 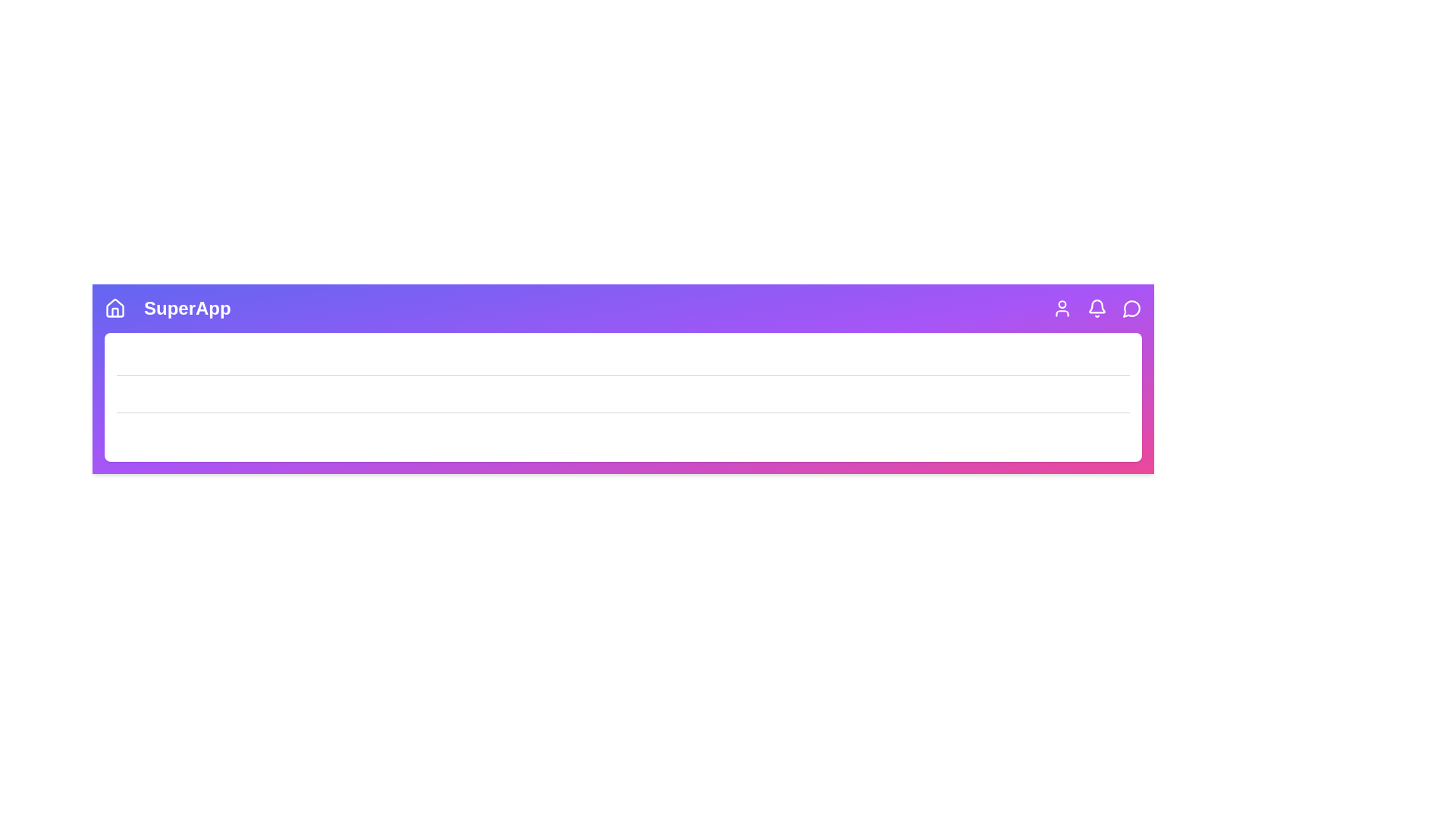 What do you see at coordinates (1097, 308) in the screenshot?
I see `the Bell icon to see its hover effect` at bounding box center [1097, 308].